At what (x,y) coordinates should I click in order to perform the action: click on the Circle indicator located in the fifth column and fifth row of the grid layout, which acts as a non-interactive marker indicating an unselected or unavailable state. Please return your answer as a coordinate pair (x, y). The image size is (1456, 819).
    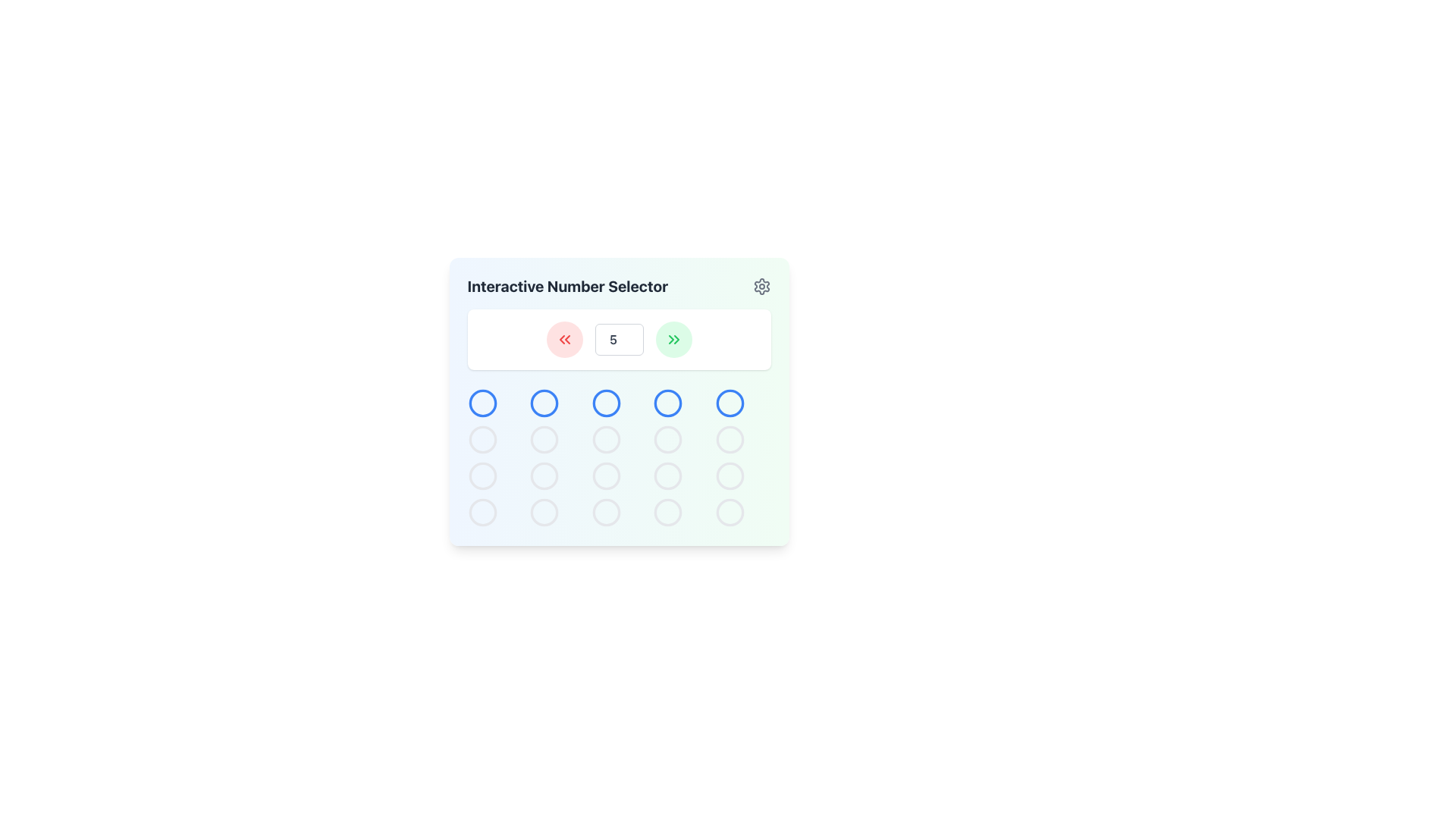
    Looking at the image, I should click on (730, 512).